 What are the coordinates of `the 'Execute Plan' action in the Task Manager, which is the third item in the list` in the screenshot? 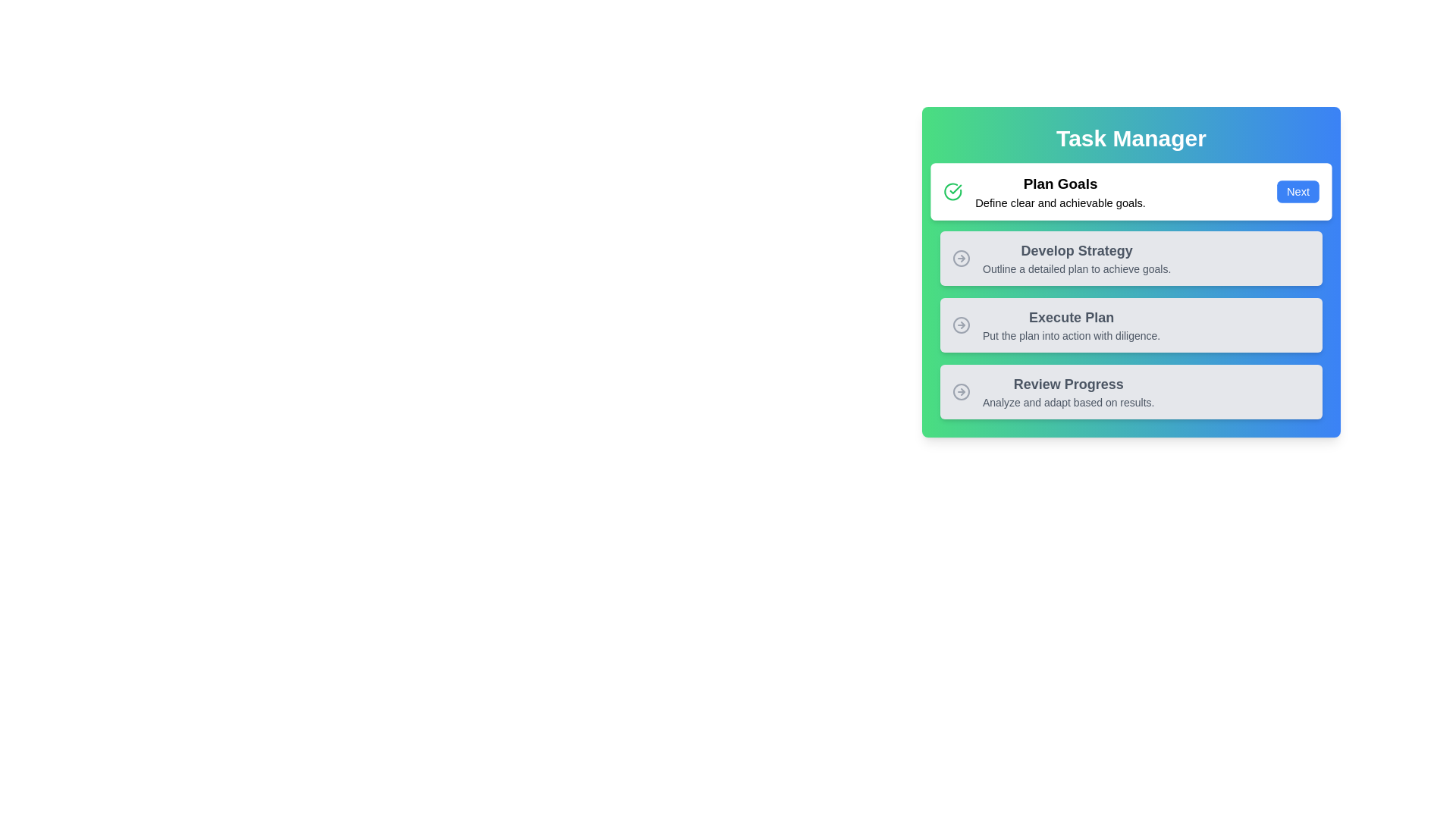 It's located at (1131, 324).